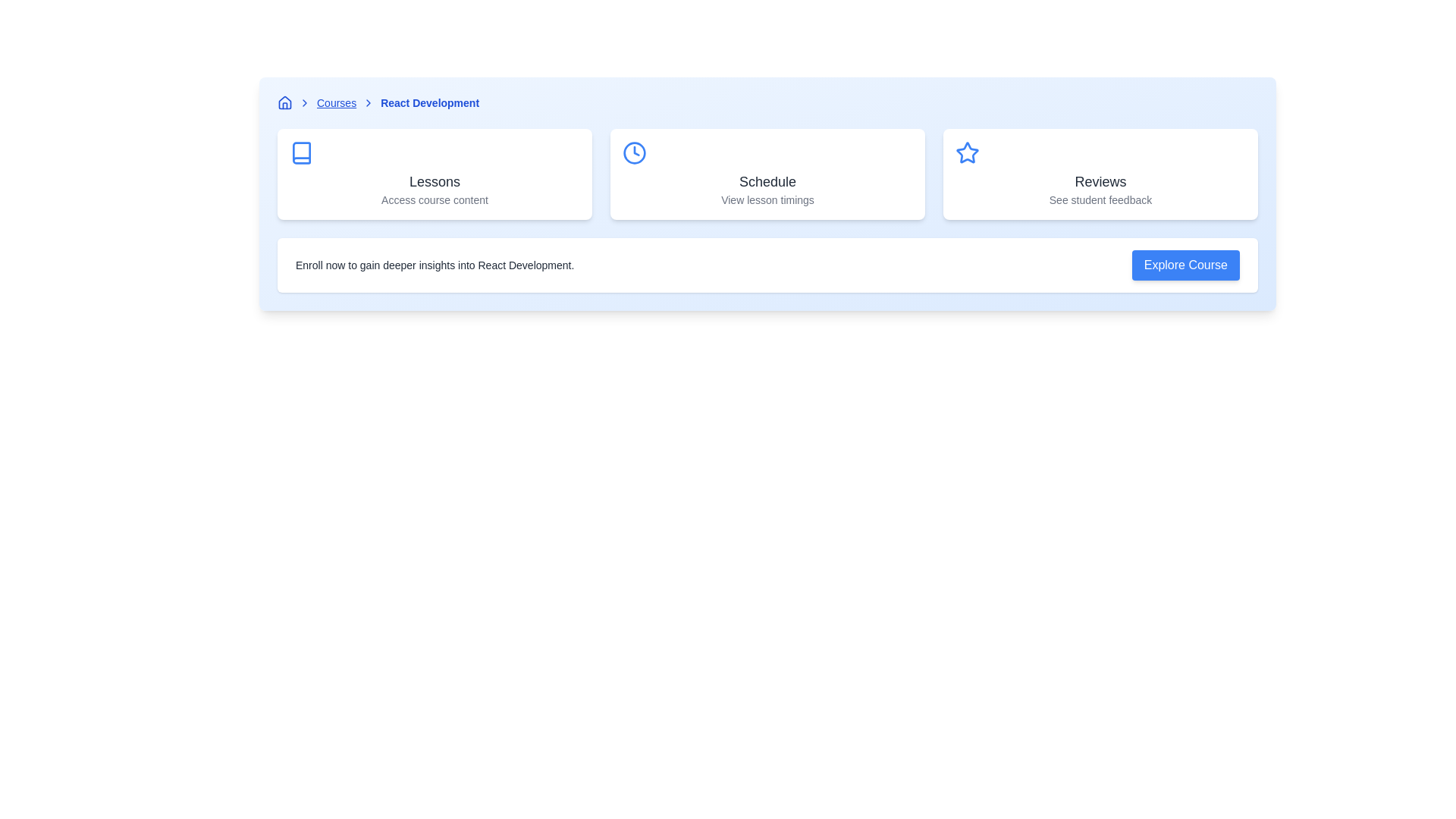 The image size is (1456, 819). I want to click on the 'Lessons' icon located at the top-left corner of the white rectangular card, which visually represents educational content, so click(302, 152).